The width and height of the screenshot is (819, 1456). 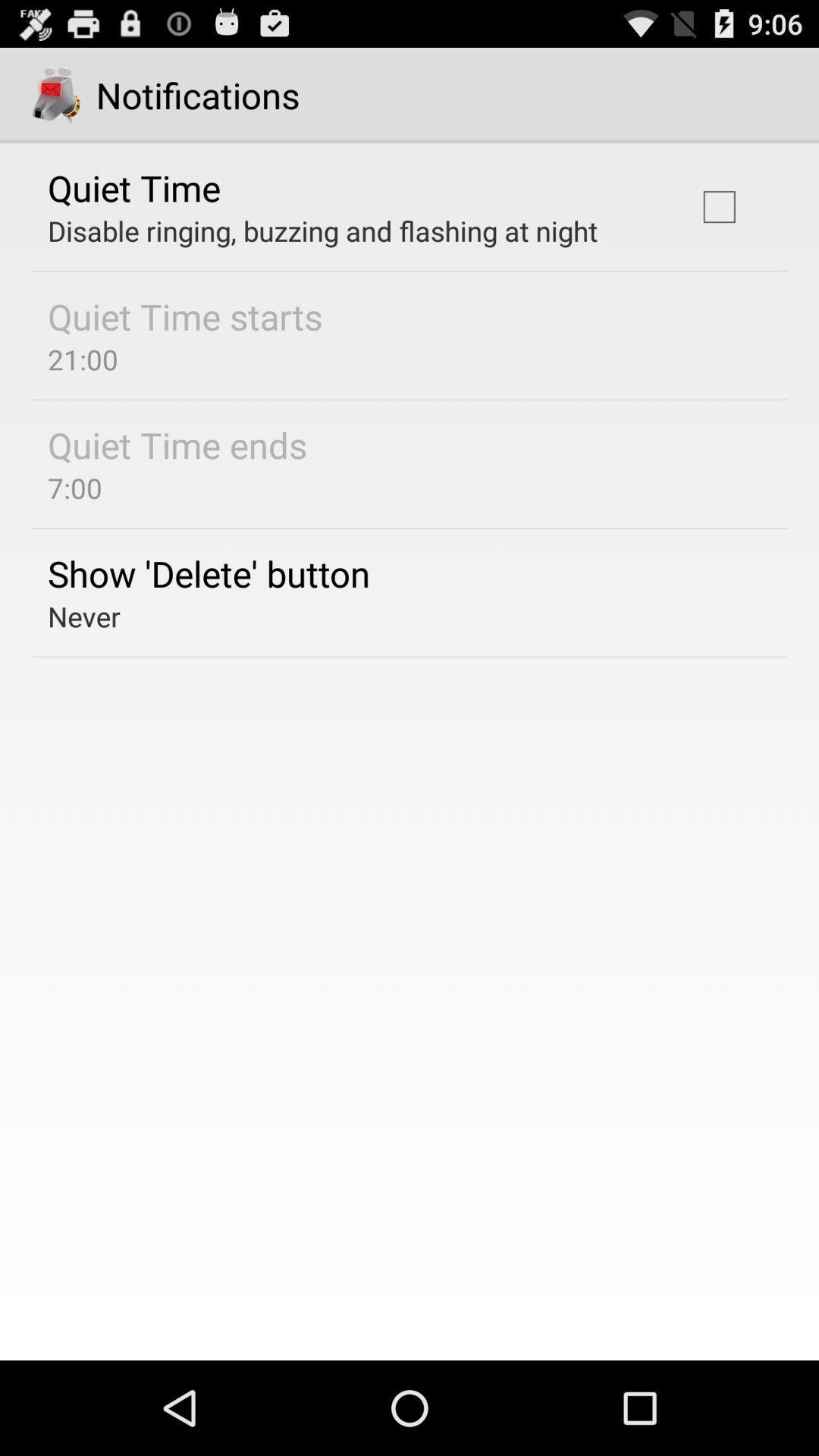 I want to click on the icon below quiet time, so click(x=322, y=230).